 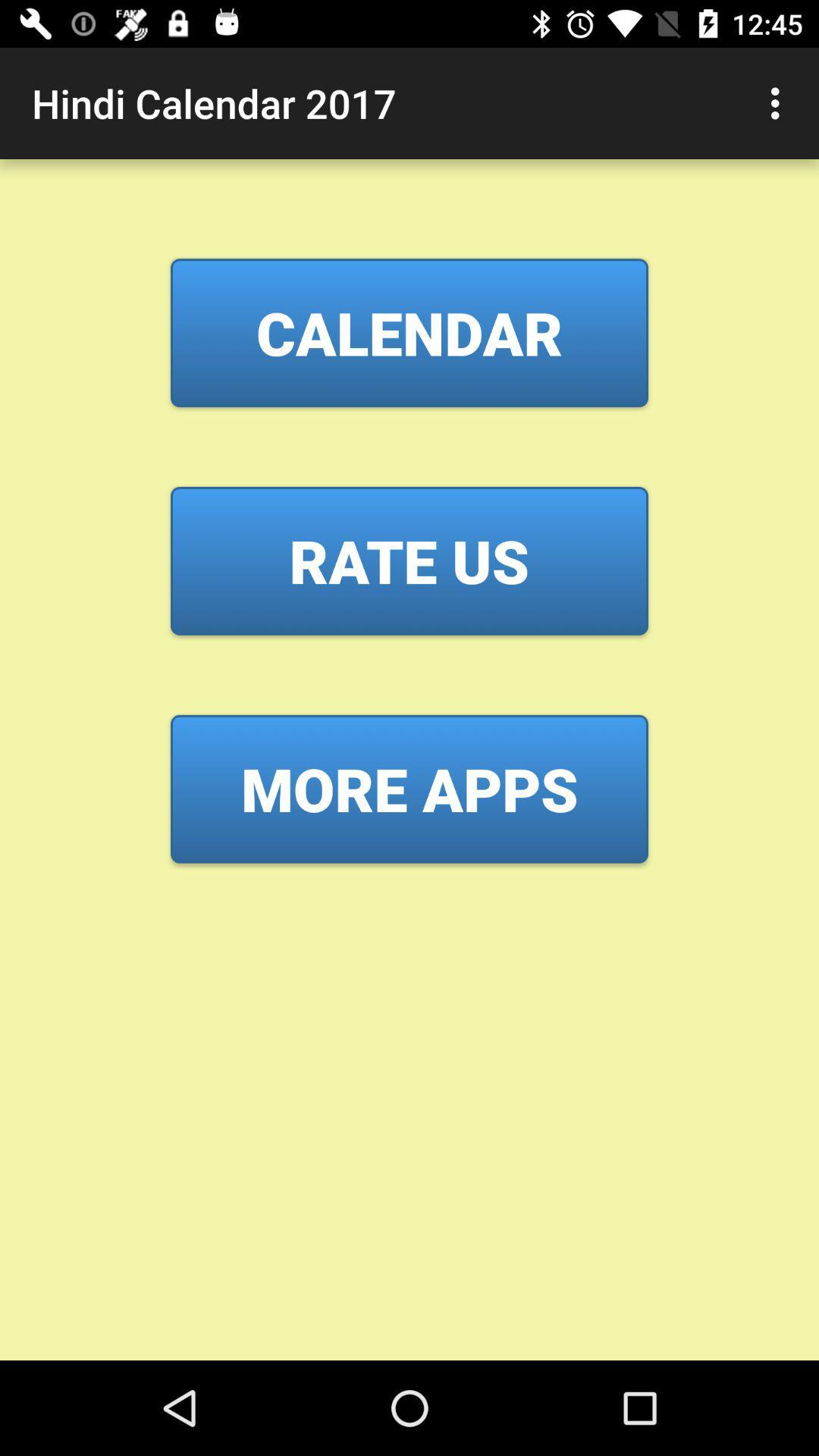 I want to click on icon next to hindi calendar 2017, so click(x=779, y=102).